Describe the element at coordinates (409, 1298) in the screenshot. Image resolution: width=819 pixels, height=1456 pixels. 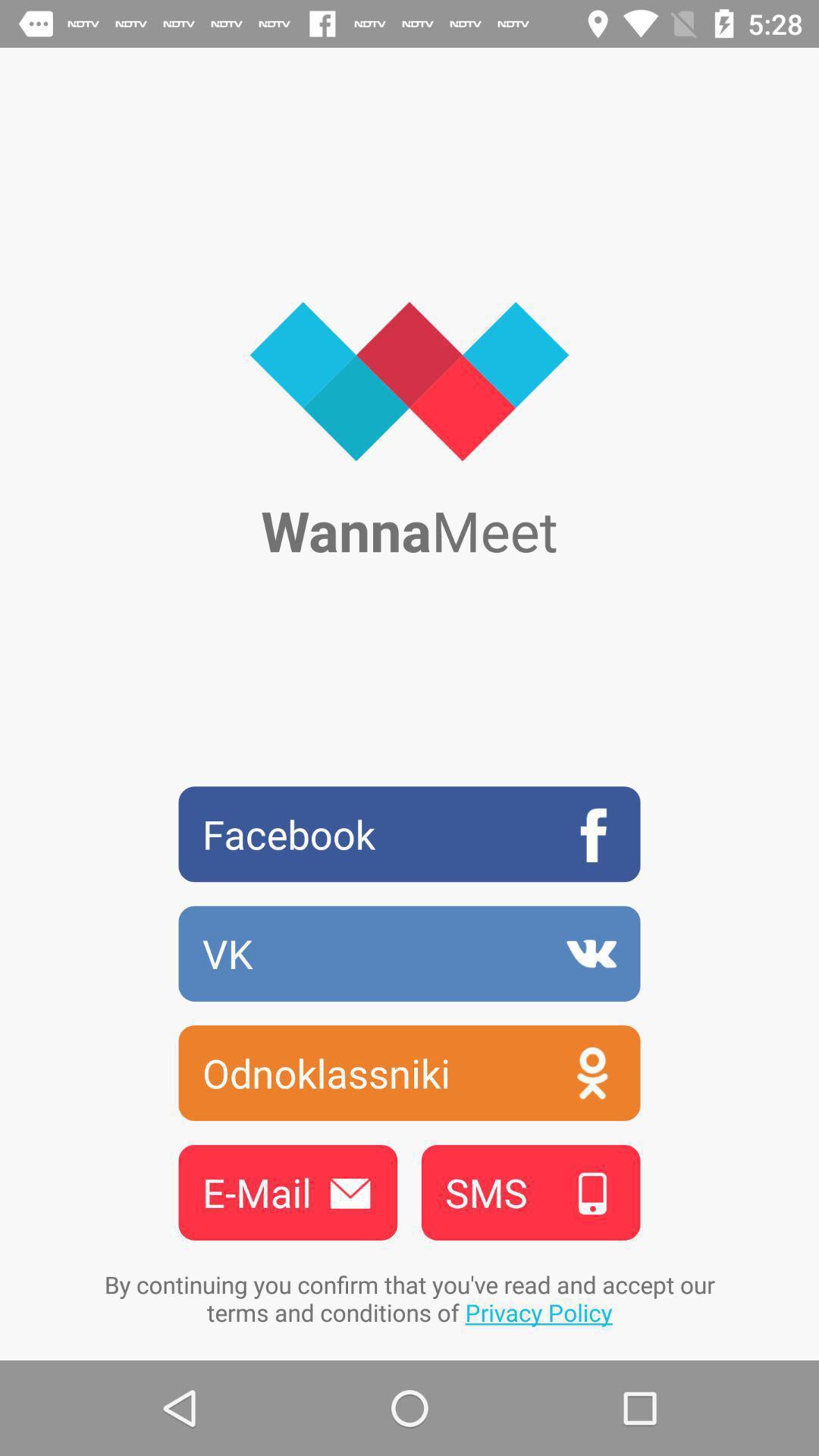
I see `icon below e-mail` at that location.